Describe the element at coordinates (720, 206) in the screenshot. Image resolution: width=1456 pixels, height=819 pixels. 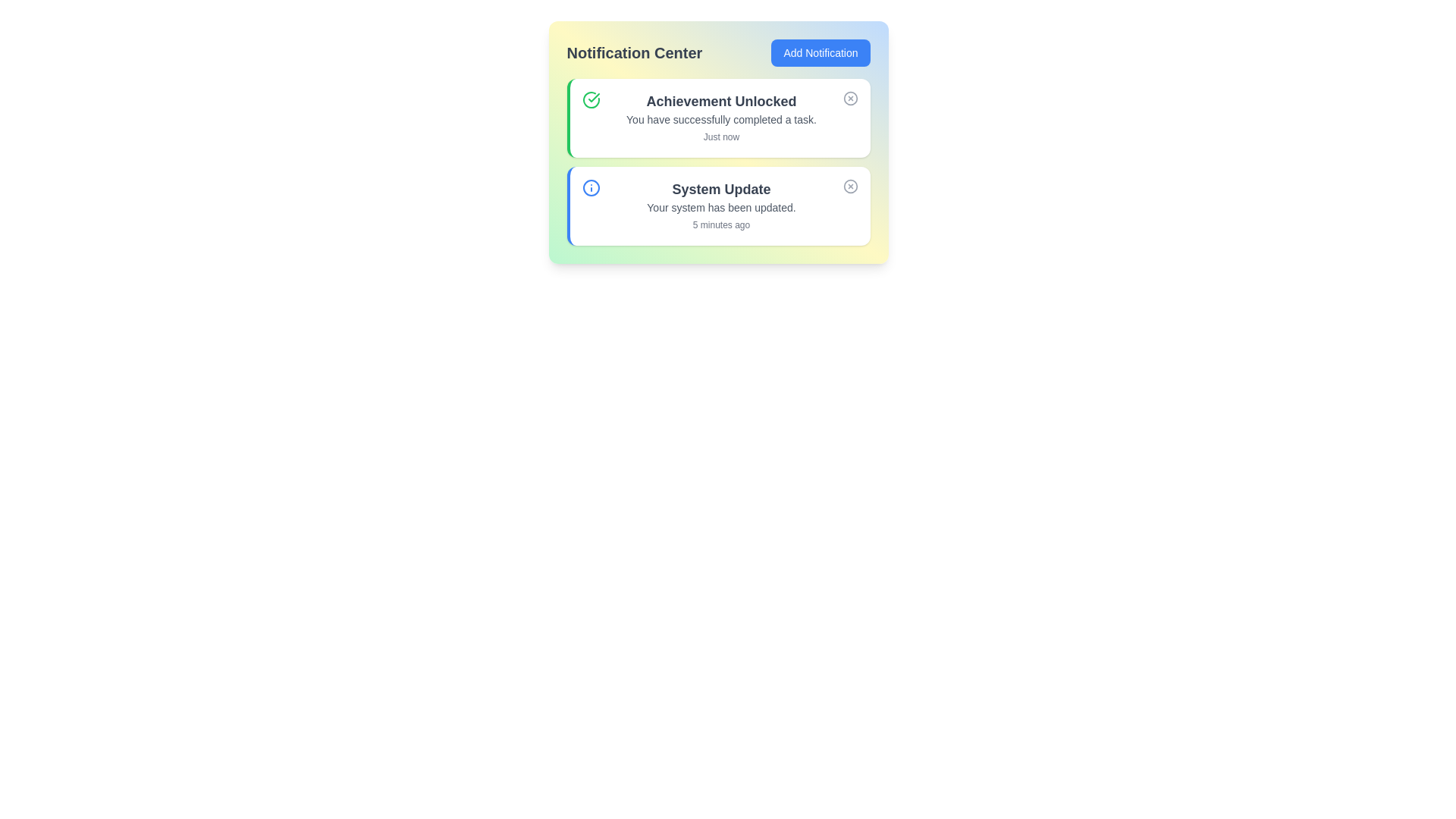
I see `notification message from the second notification card in the notification center, which provides information about a system update that occurred 5 minutes ago` at that location.